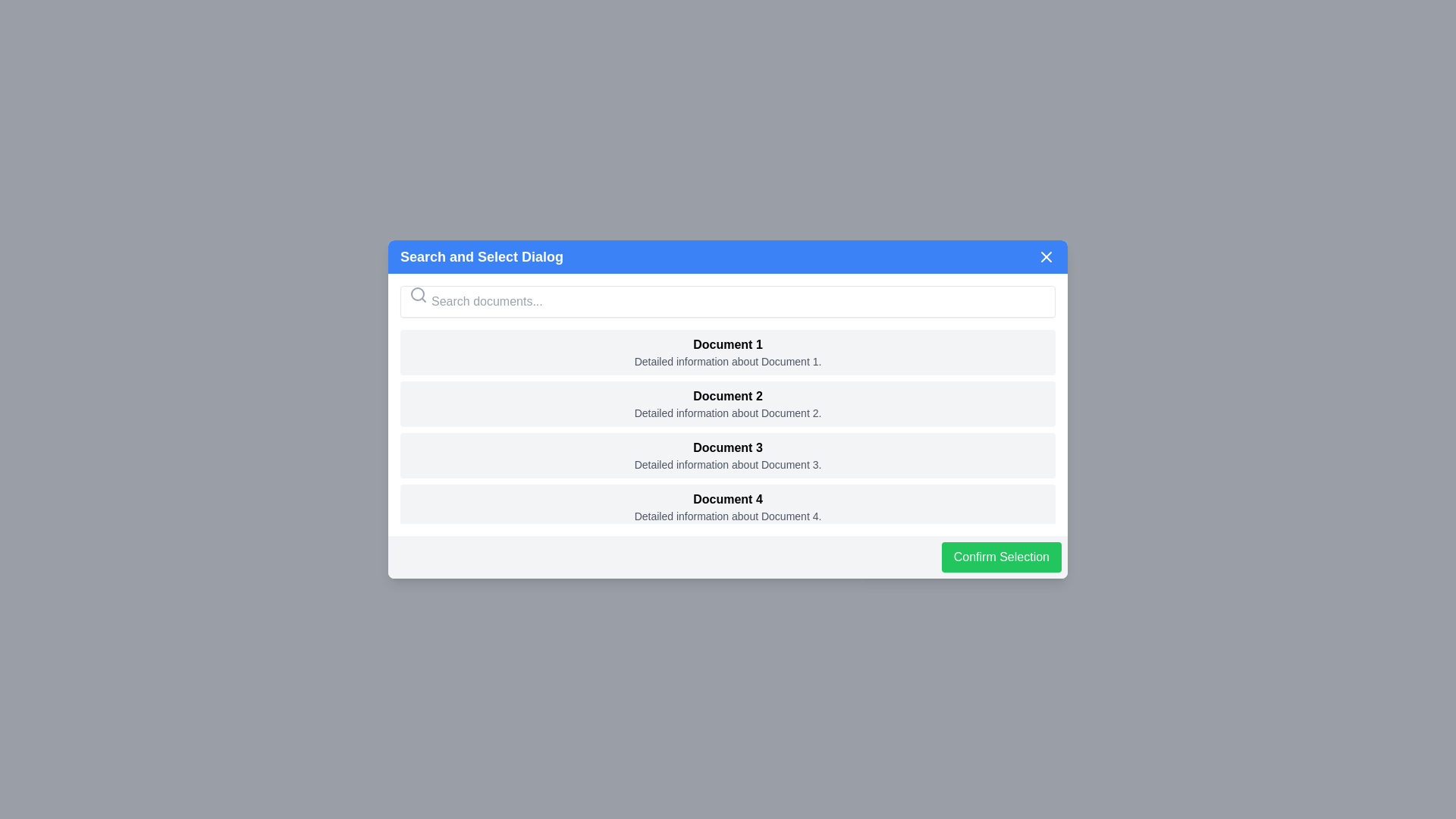 This screenshot has width=1456, height=819. I want to click on the document with title Document 2, so click(728, 403).